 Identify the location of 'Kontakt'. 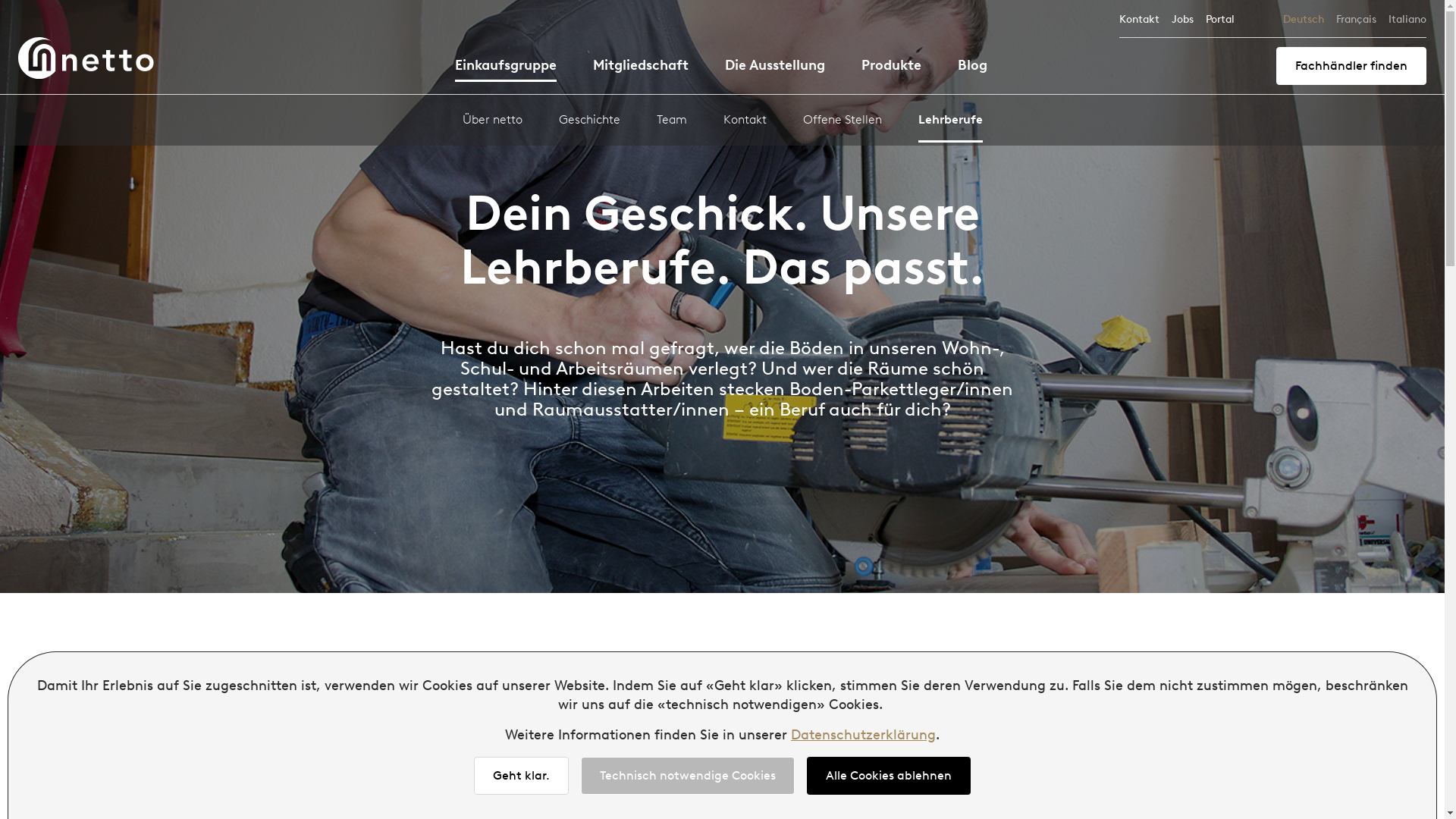
(1139, 19).